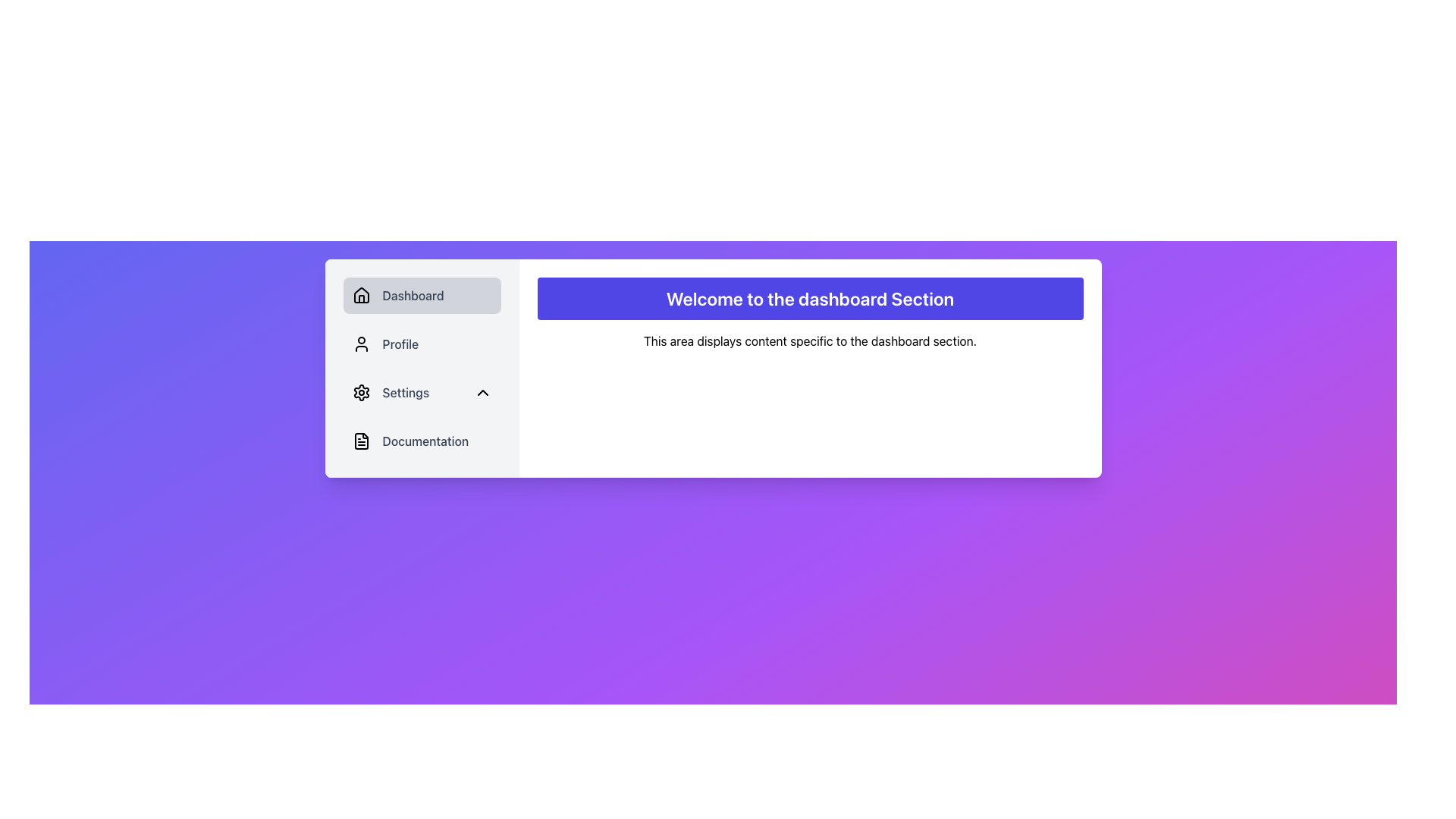 Image resolution: width=1456 pixels, height=819 pixels. I want to click on the settings navigation item located in the vertical navigation panel on the left, third in the list, so click(422, 391).